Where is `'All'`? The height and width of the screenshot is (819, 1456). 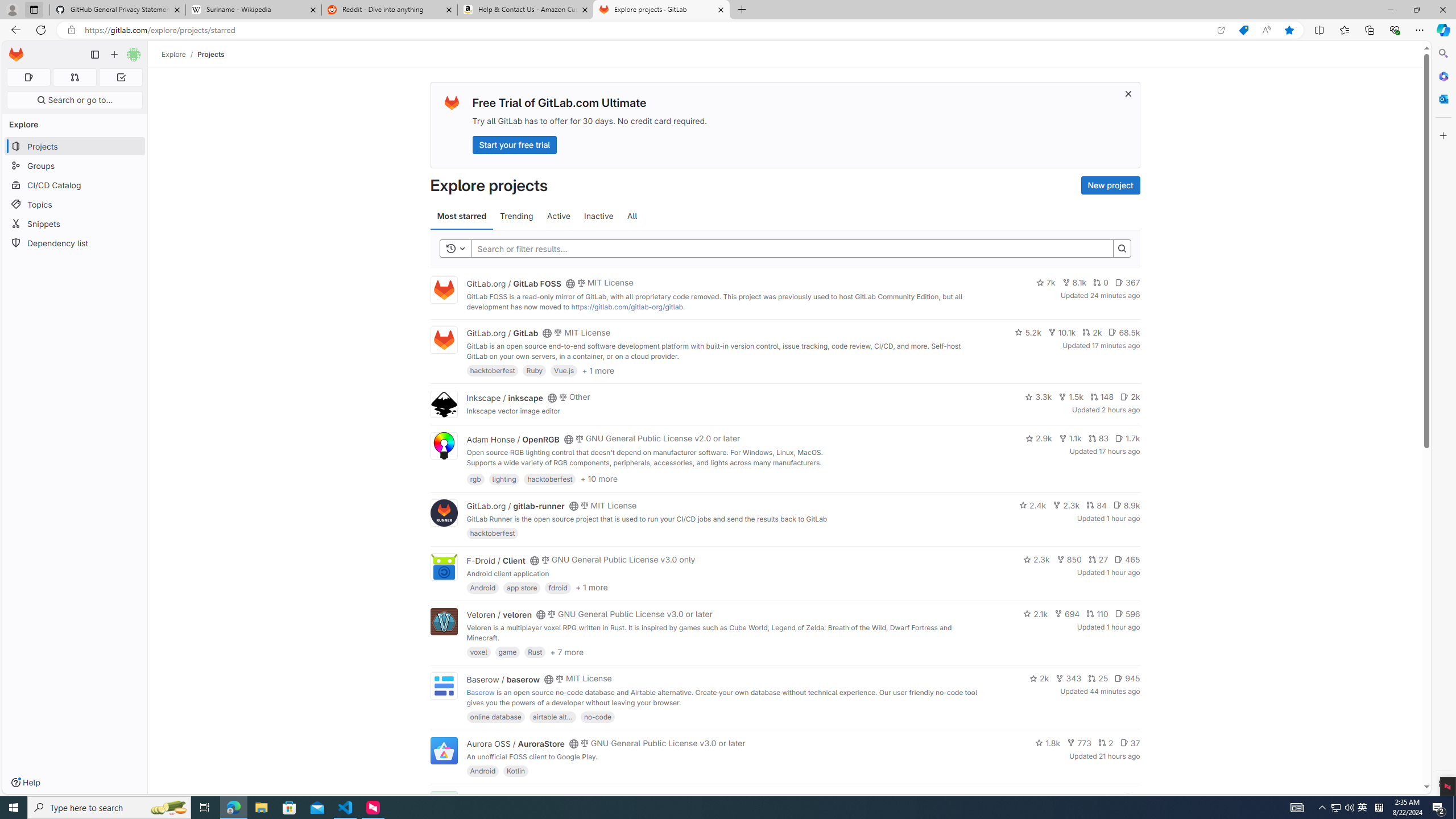 'All' is located at coordinates (632, 216).